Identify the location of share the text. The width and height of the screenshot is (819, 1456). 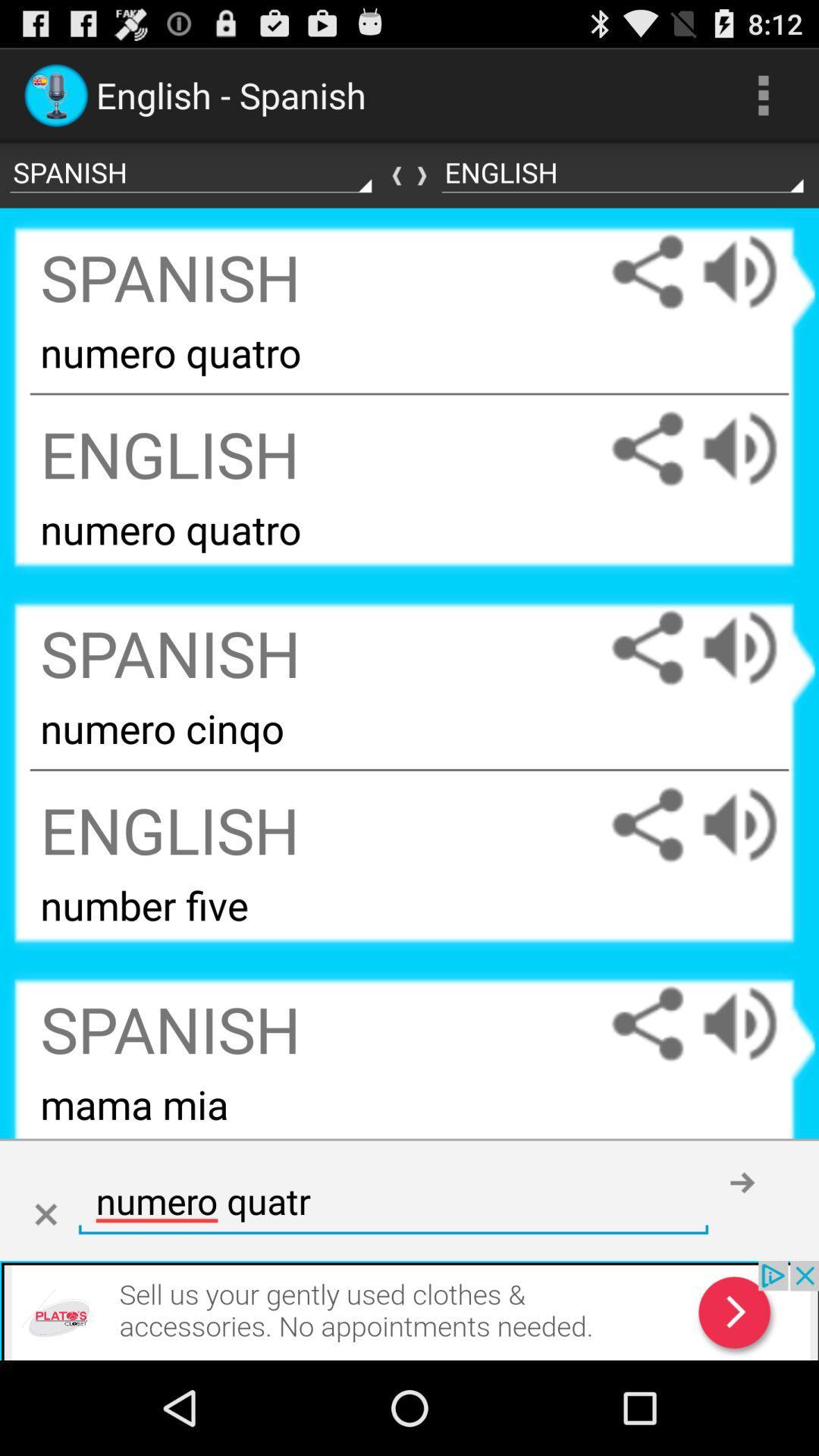
(647, 1024).